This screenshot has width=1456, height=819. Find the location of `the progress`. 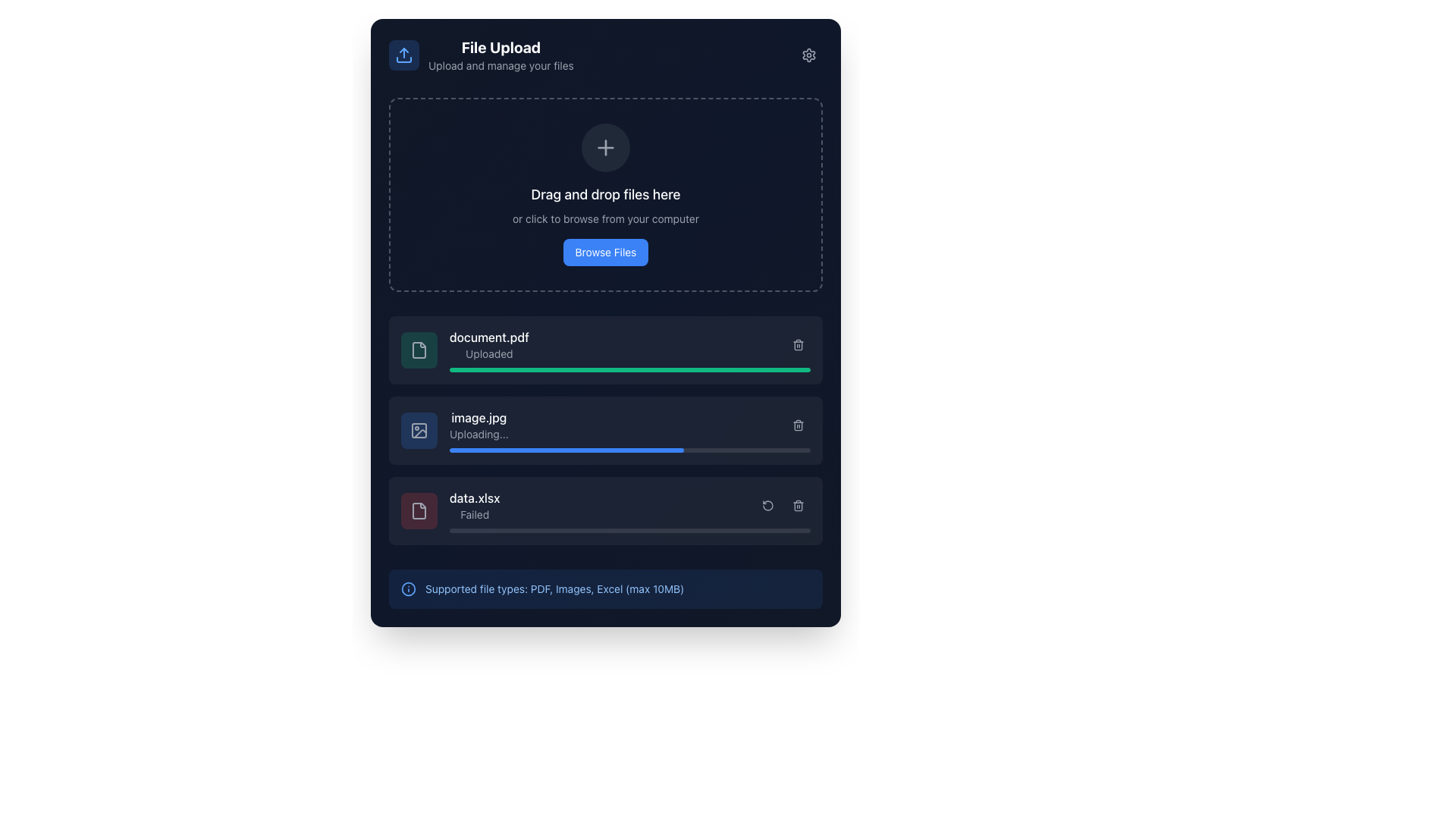

the progress is located at coordinates (571, 529).